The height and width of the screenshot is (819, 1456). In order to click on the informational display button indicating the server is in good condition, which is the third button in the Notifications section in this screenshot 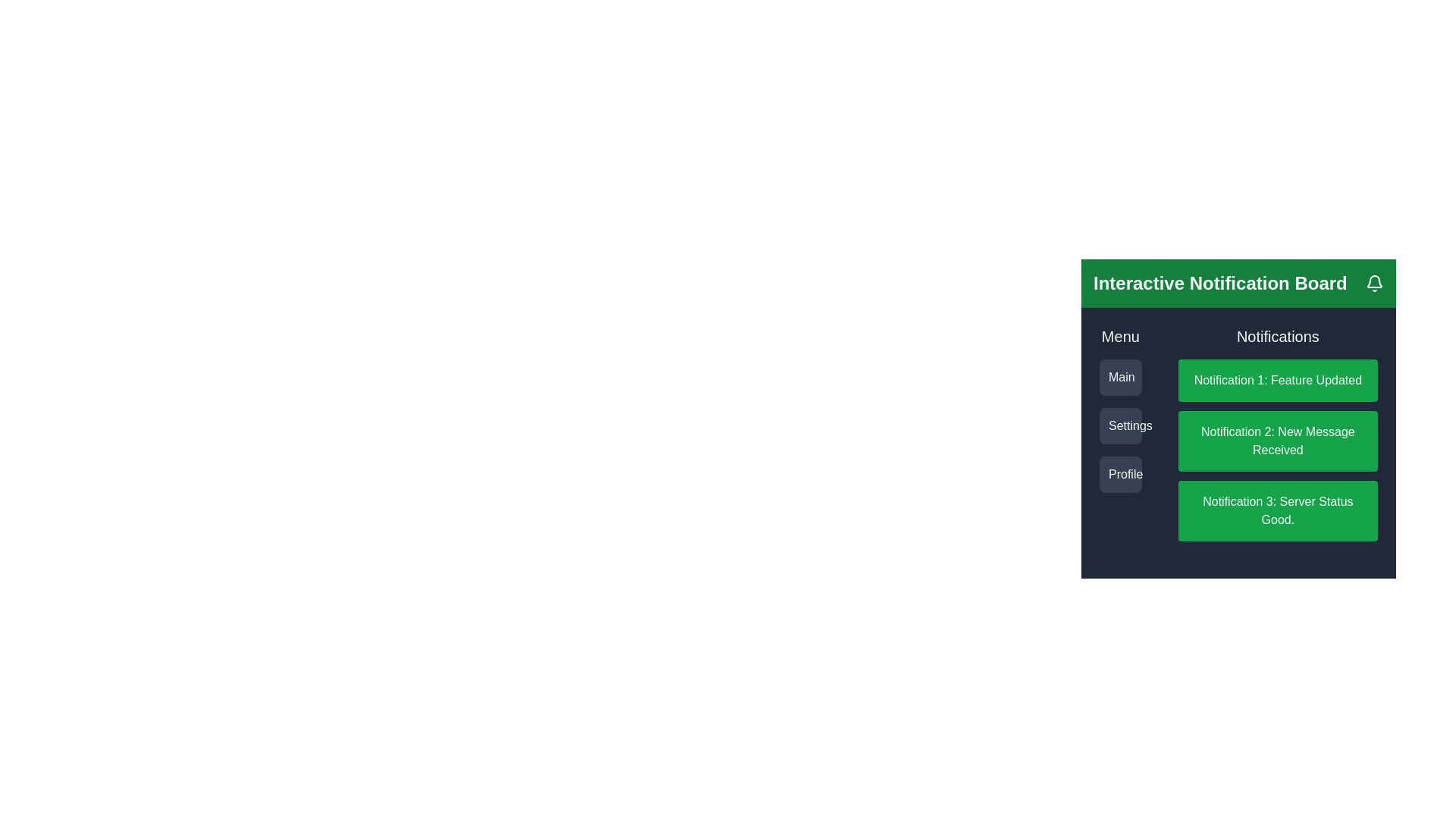, I will do `click(1277, 511)`.